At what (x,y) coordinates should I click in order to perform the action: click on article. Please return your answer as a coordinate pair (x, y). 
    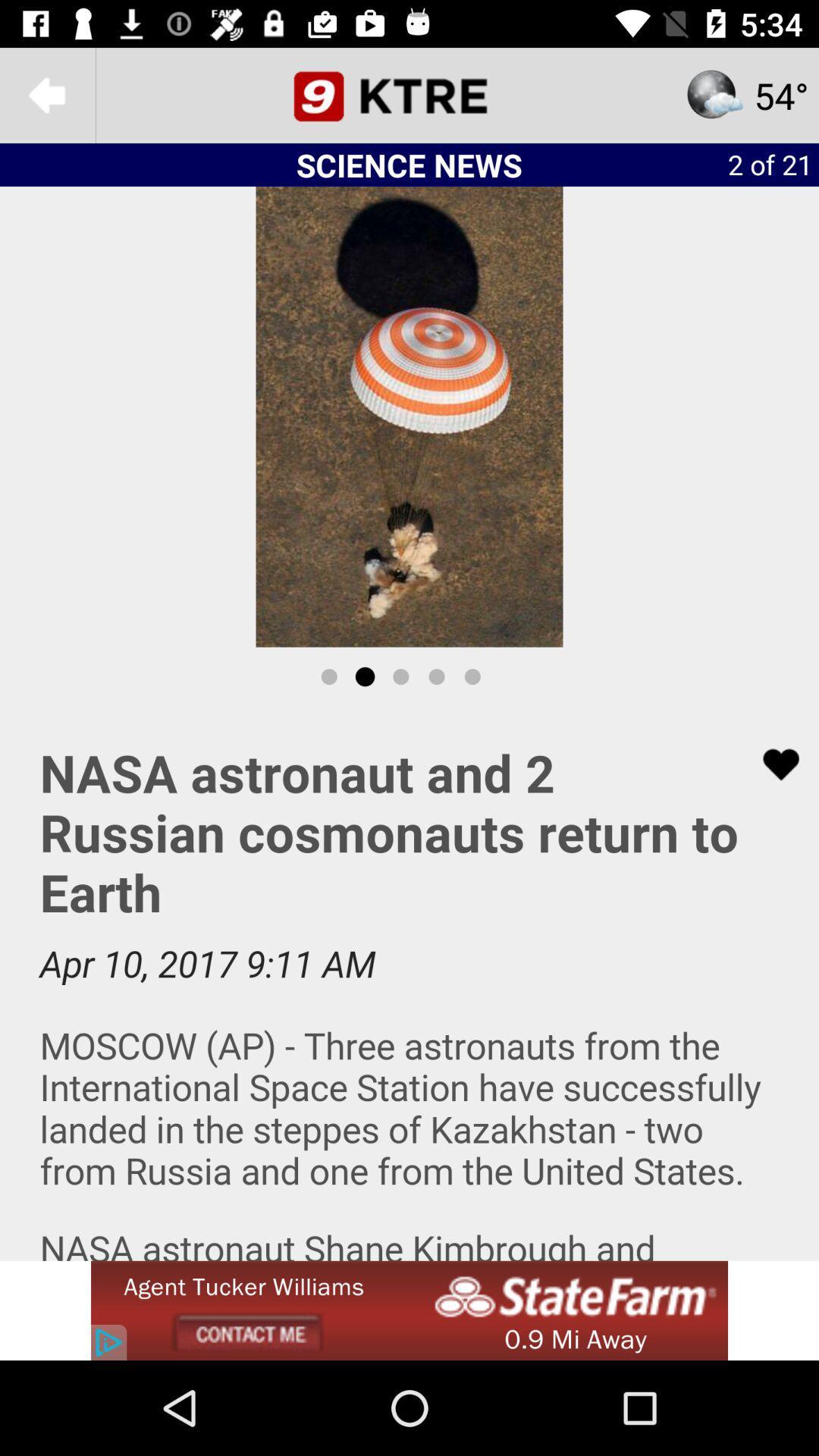
    Looking at the image, I should click on (409, 984).